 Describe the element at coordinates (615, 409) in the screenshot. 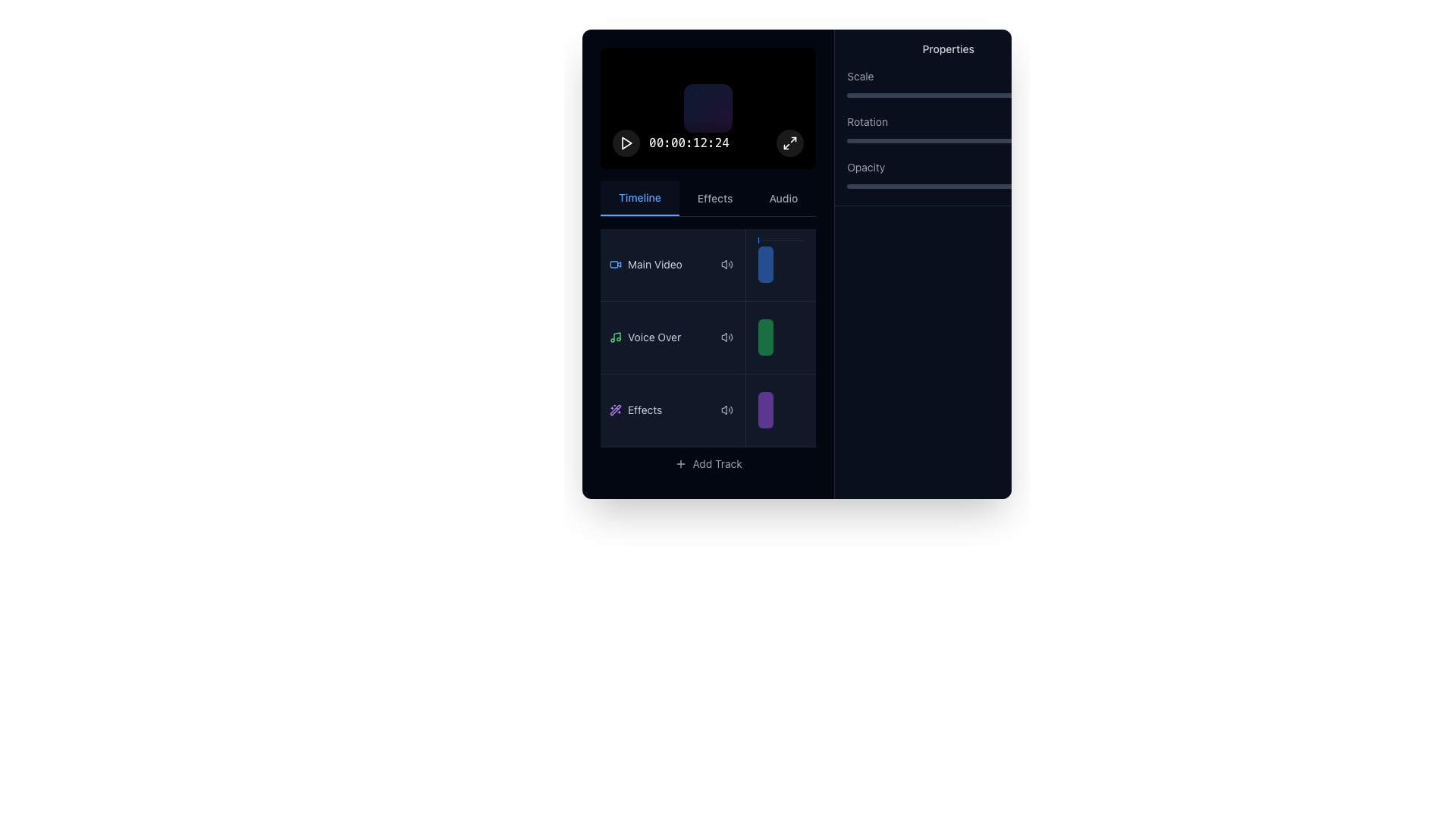

I see `the magical effects icon located in the Effects section of the timeline panel, near the magic wand icon` at that location.